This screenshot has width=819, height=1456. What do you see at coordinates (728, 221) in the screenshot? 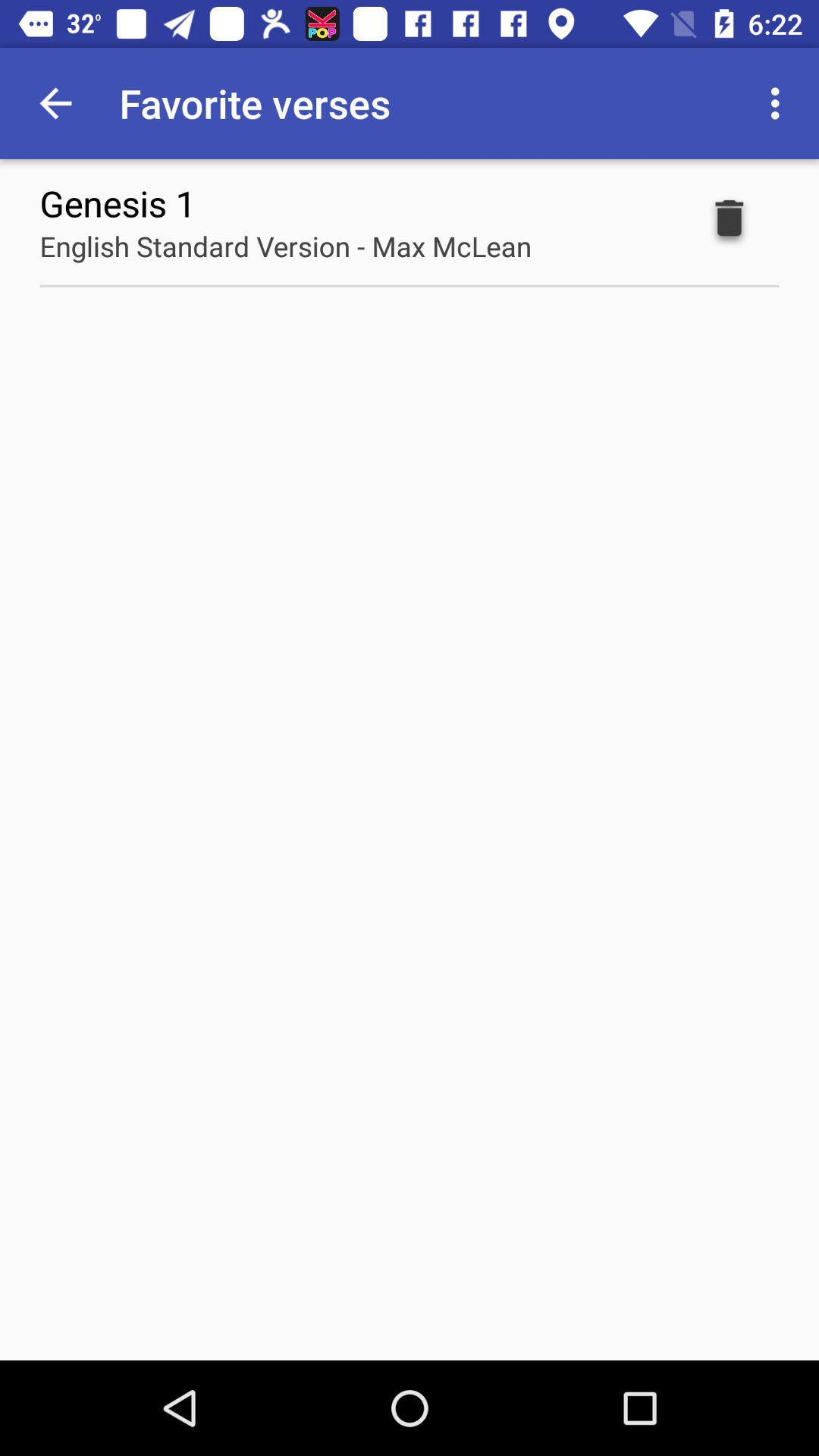
I see `icon next to english standard version item` at bounding box center [728, 221].